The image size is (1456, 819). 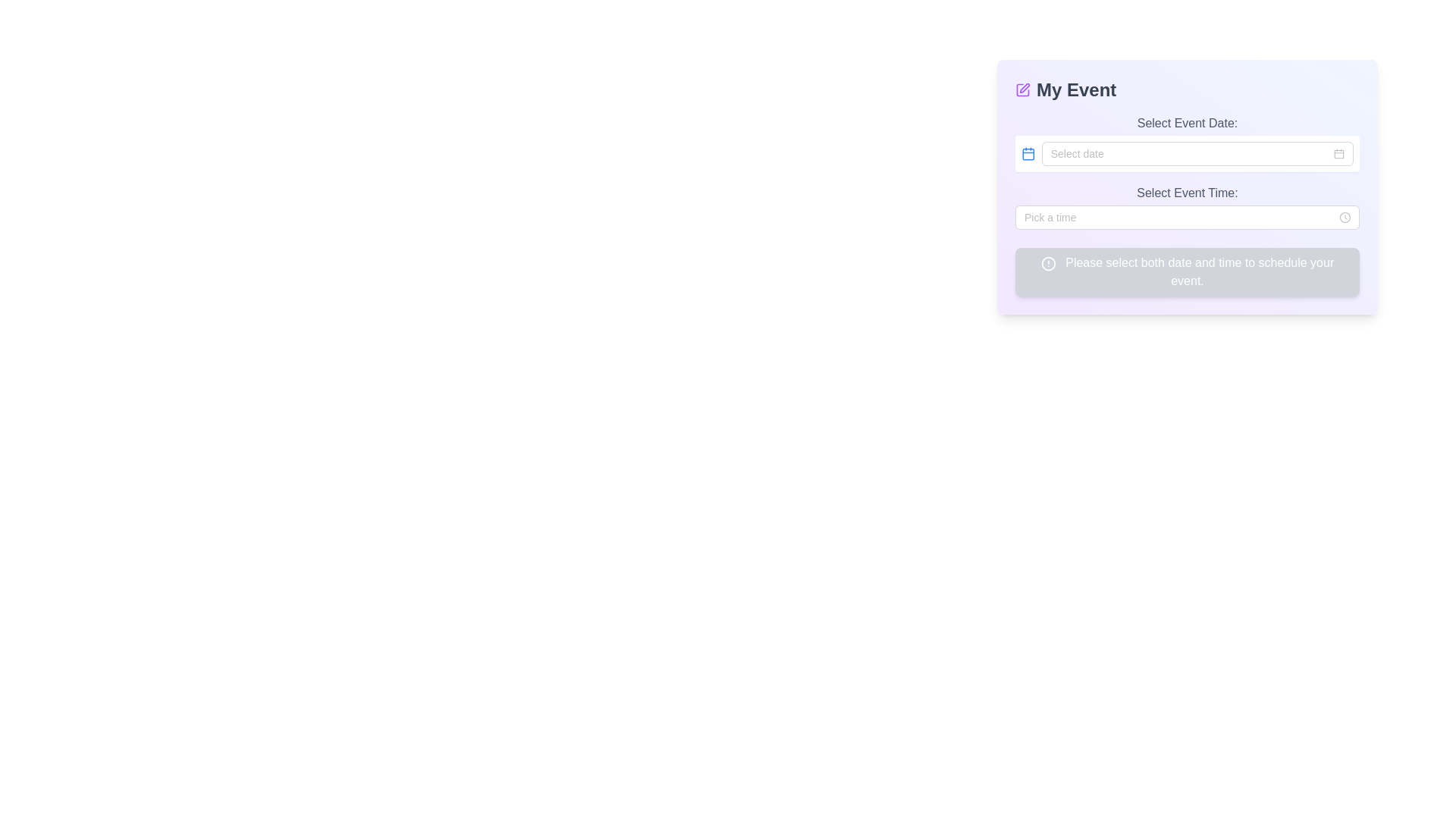 I want to click on informational message displayed in the text label that states 'Please select both date and time to schedule your event.', so click(x=1186, y=271).